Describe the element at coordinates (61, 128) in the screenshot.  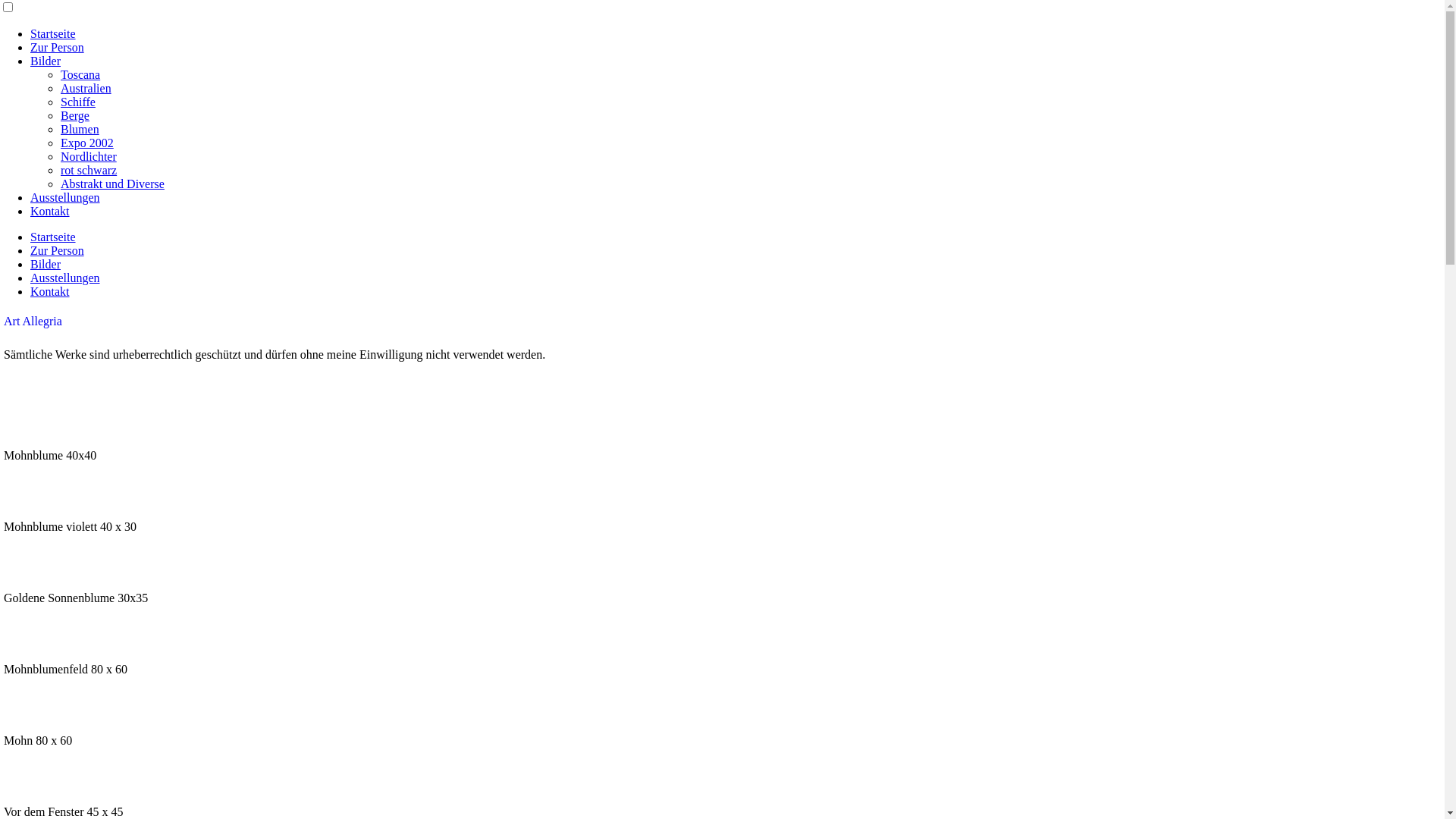
I see `'Blumen'` at that location.